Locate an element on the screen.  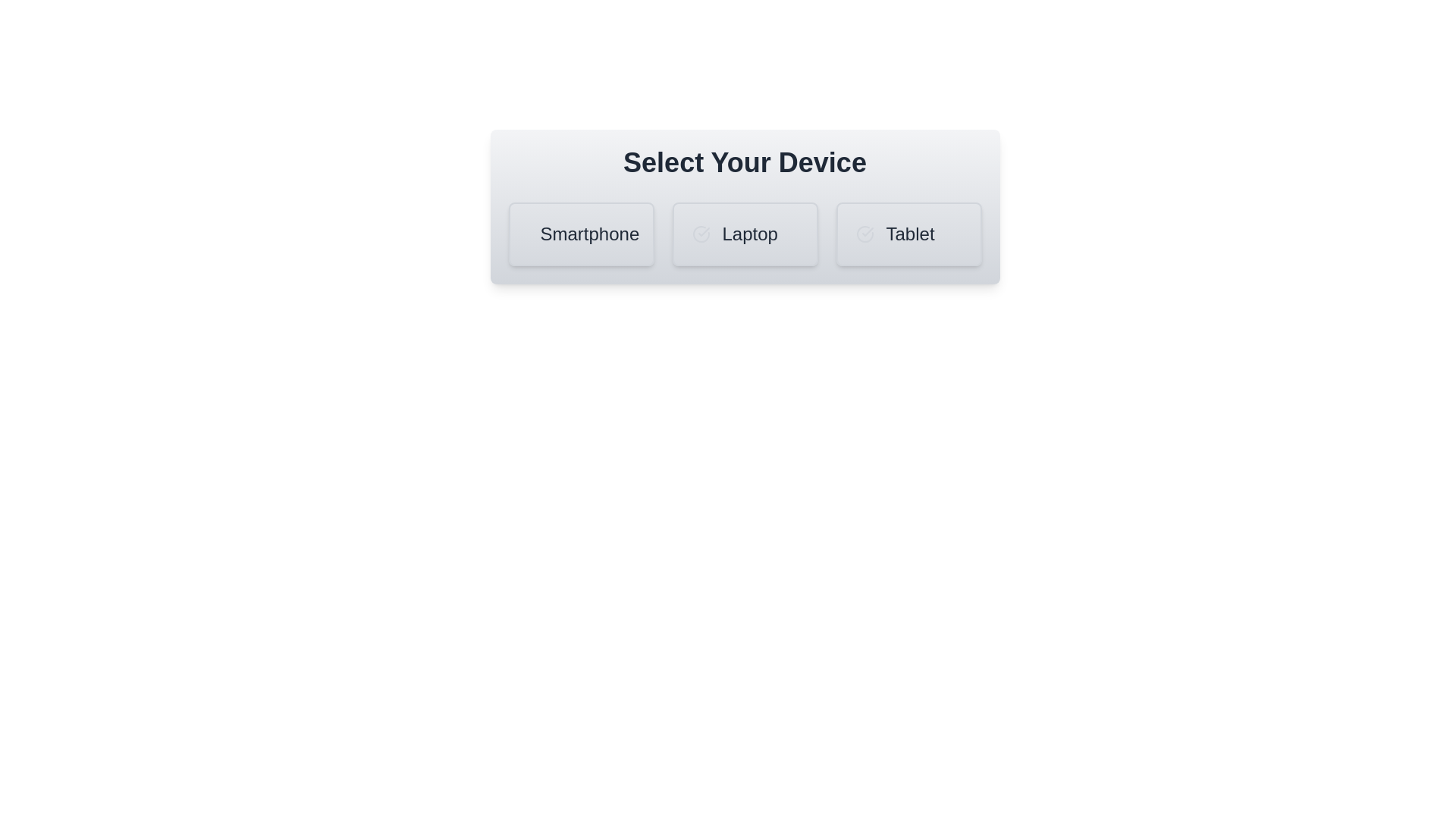
the checkmark icon located to the right side of the user interface, adjacent to the 'Tablet' label, which serves as a visual indicator of selection or affirmation is located at coordinates (867, 231).